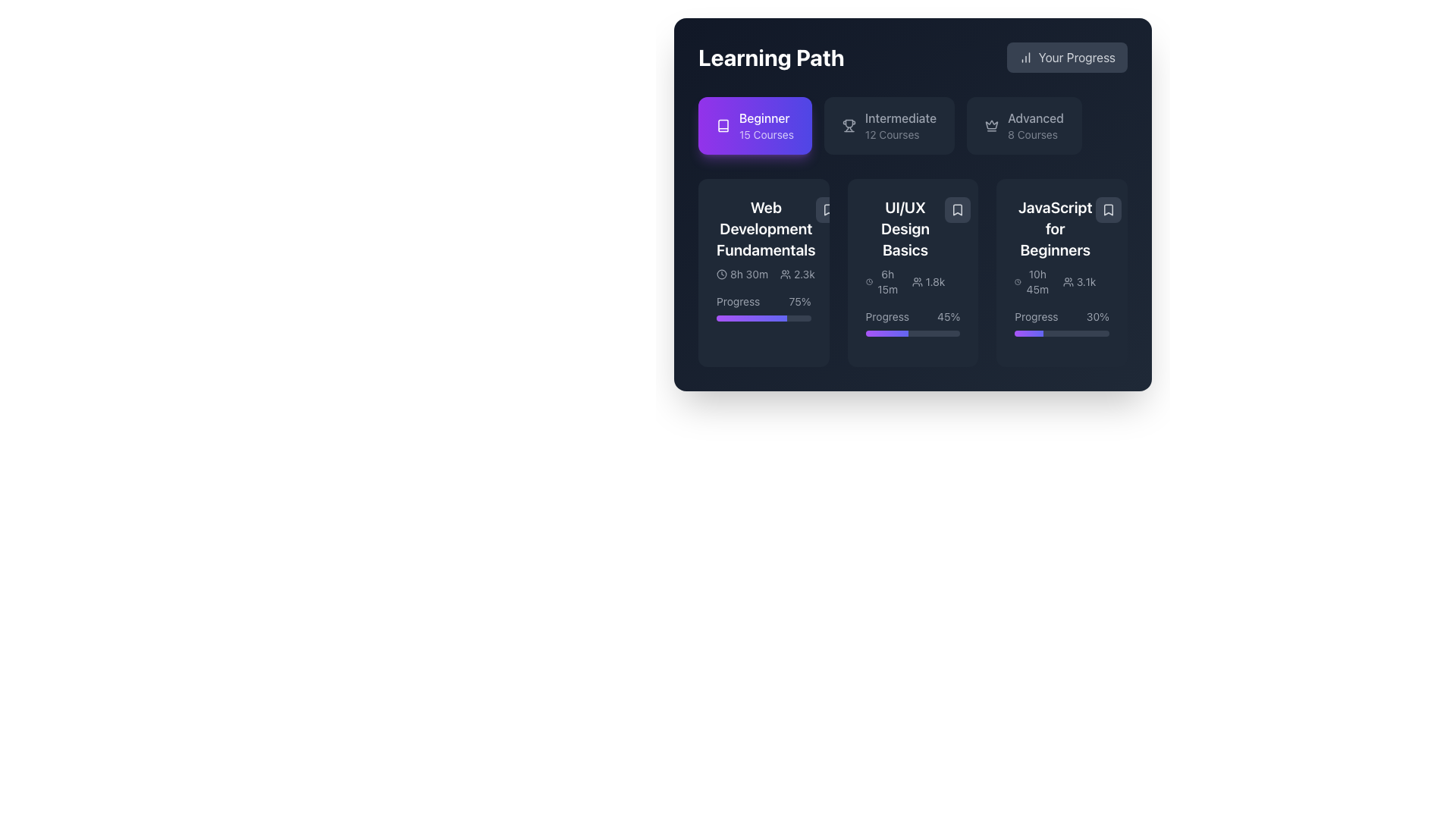  I want to click on the progress indicator for the 'Web Development Fundamentals' course, which shows 'Progress 75%' and has a gradient progress bar, so click(764, 307).